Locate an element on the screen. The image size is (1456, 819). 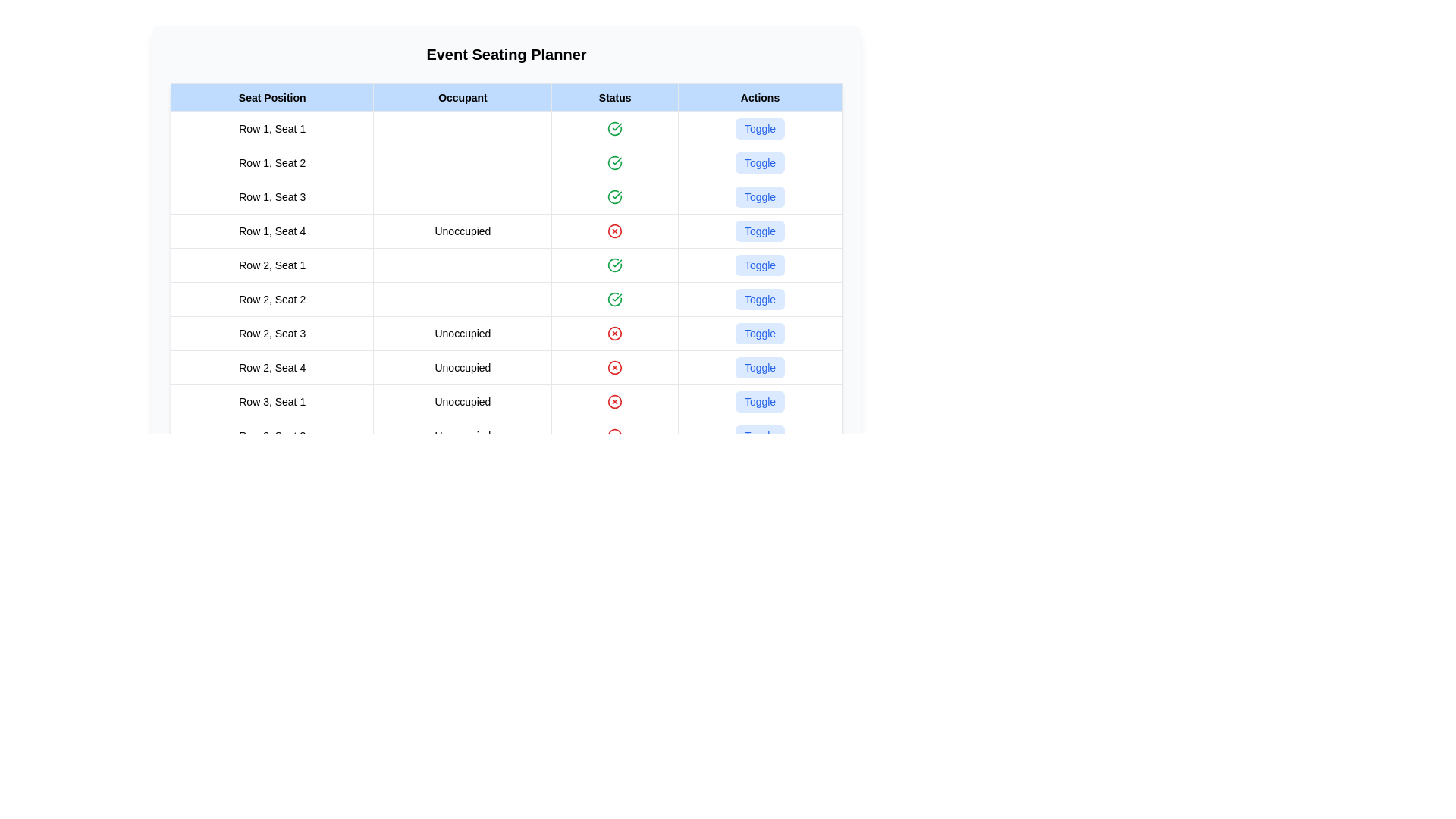
the static text label displaying 'Row 2, Seat 3' in the 'Seat Position' column of the seating details table is located at coordinates (272, 332).